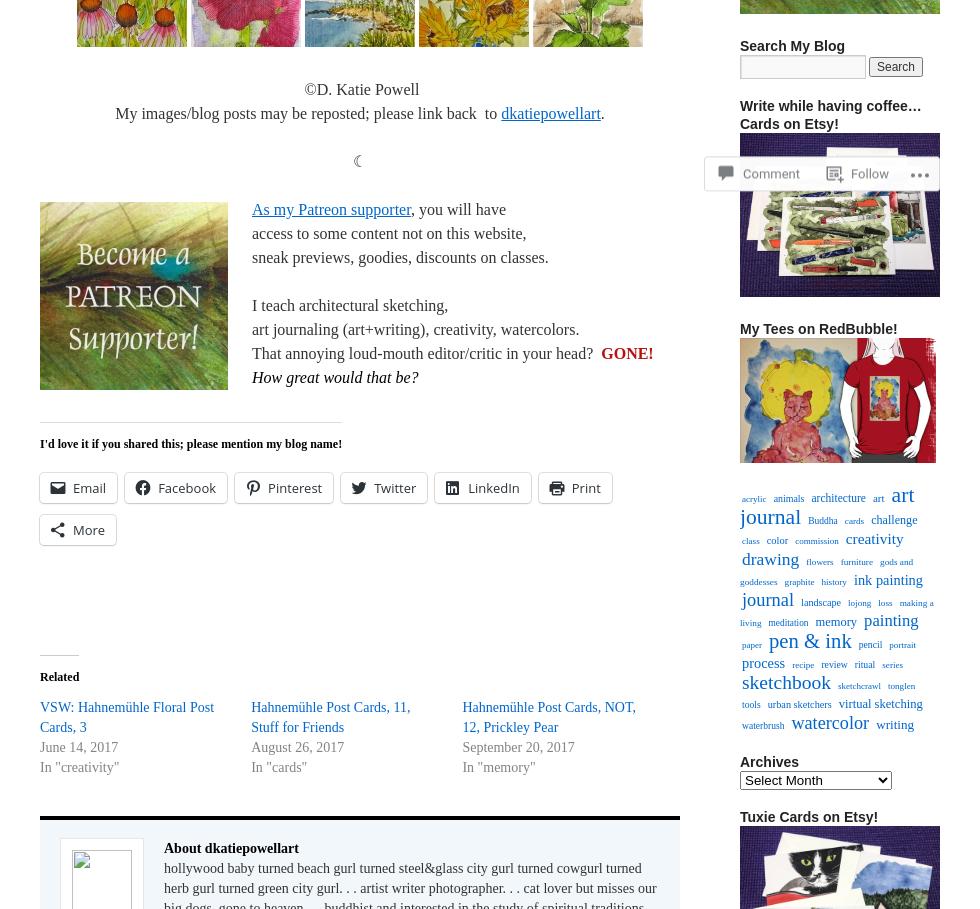  What do you see at coordinates (859, 603) in the screenshot?
I see `'lojong'` at bounding box center [859, 603].